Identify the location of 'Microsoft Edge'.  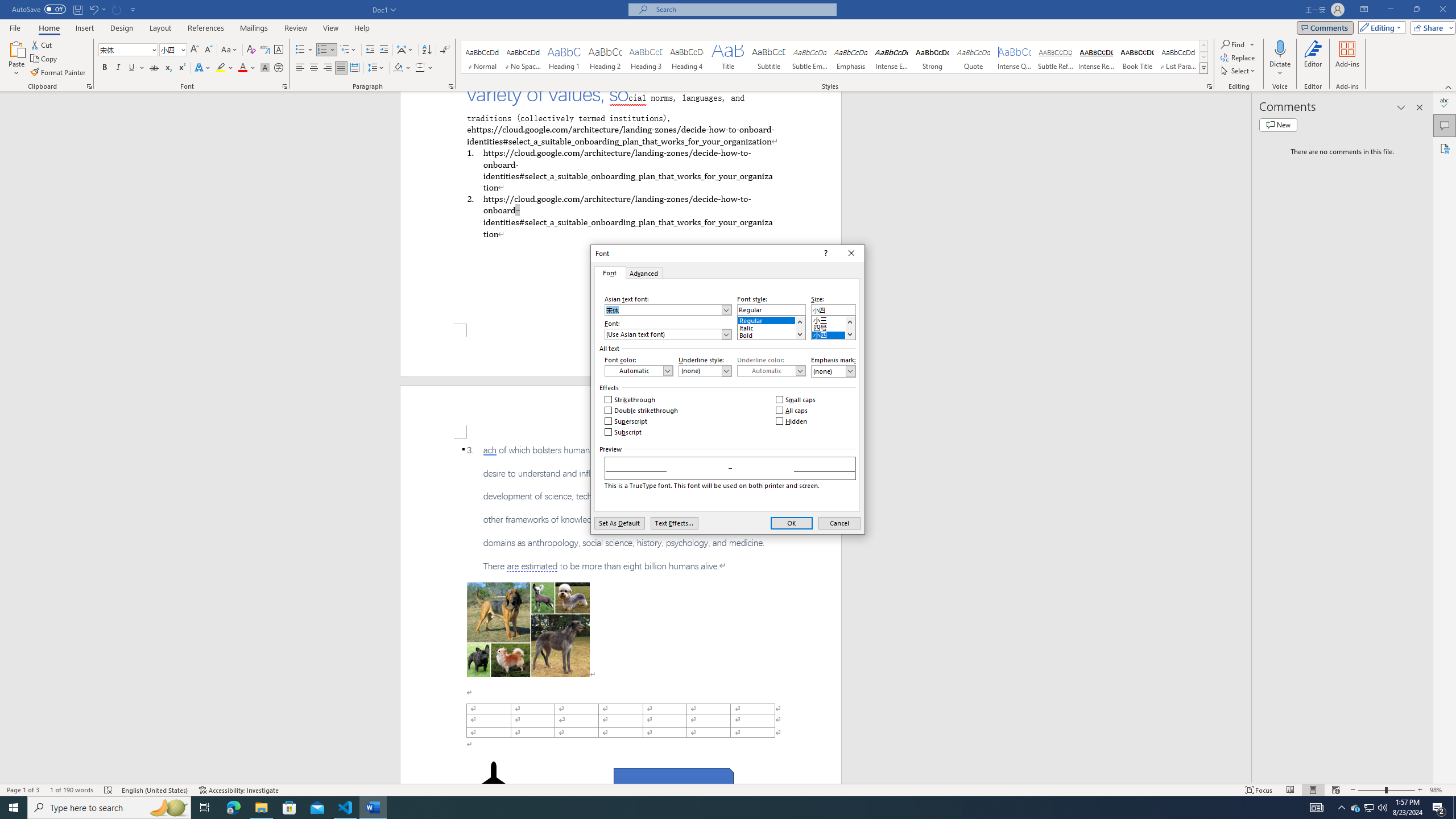
(233, 806).